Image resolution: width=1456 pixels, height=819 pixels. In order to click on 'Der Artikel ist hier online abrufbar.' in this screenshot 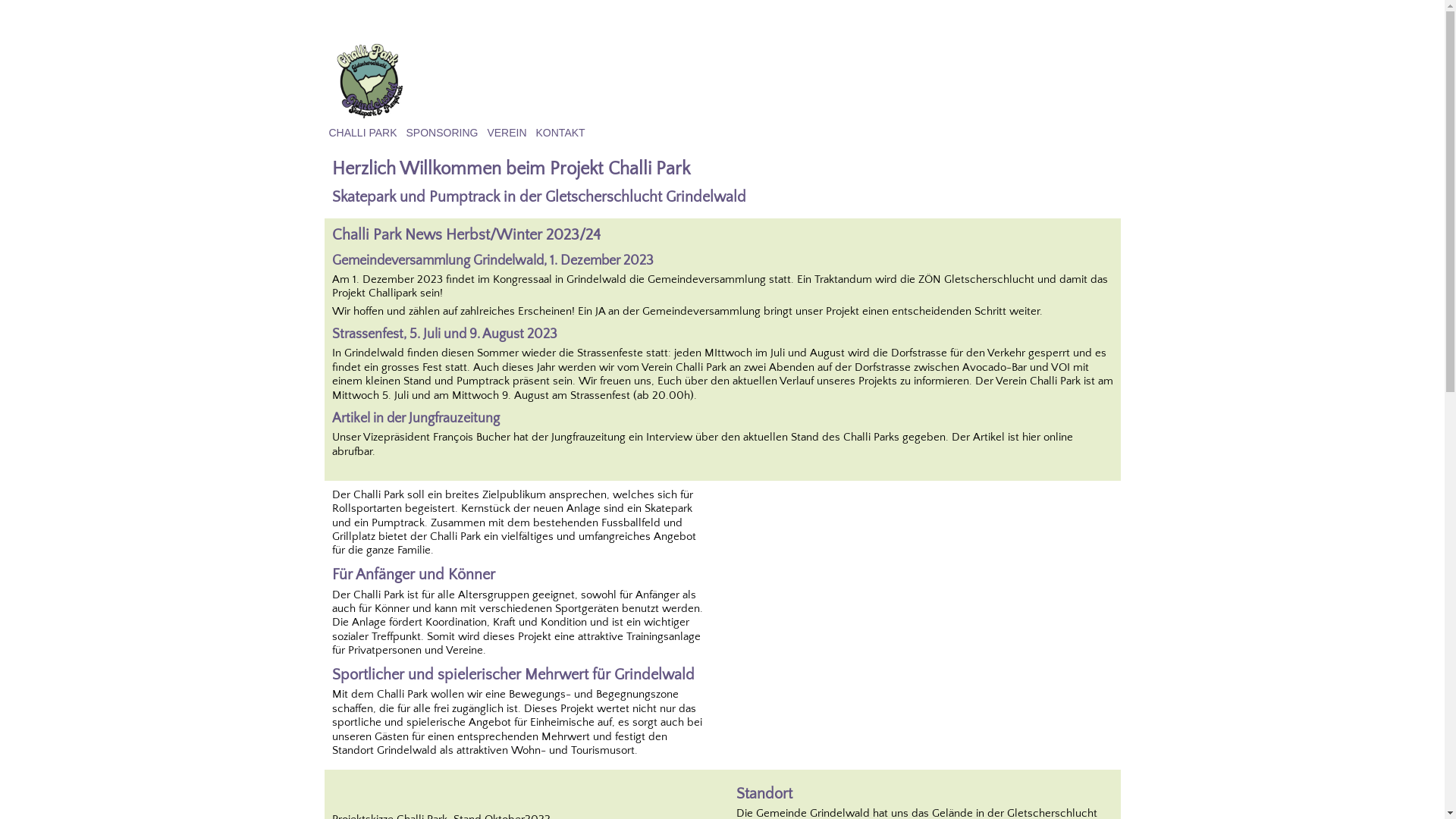, I will do `click(701, 444)`.